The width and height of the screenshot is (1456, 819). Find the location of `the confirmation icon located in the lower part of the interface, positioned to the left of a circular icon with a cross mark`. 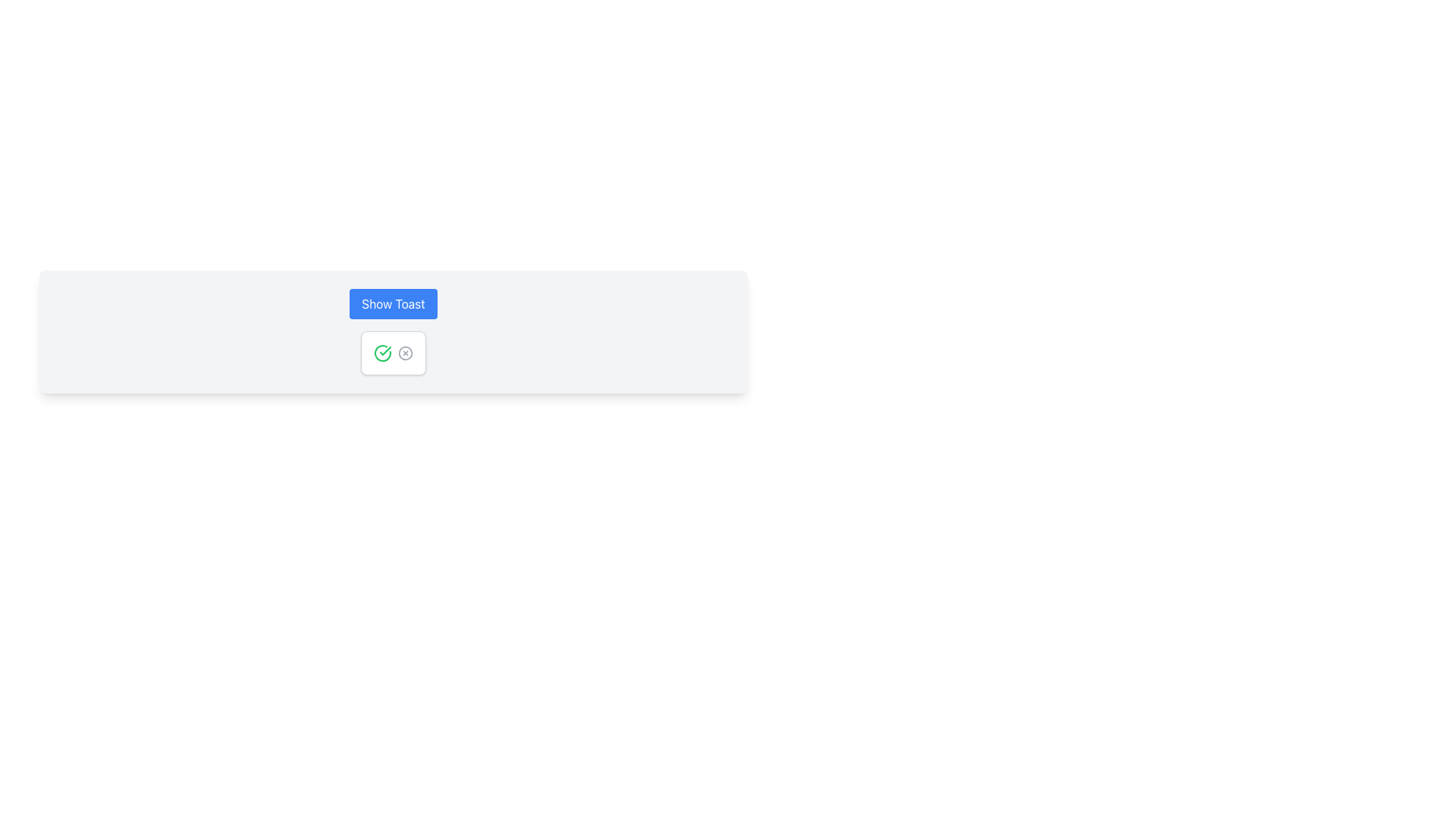

the confirmation icon located in the lower part of the interface, positioned to the left of a circular icon with a cross mark is located at coordinates (385, 350).